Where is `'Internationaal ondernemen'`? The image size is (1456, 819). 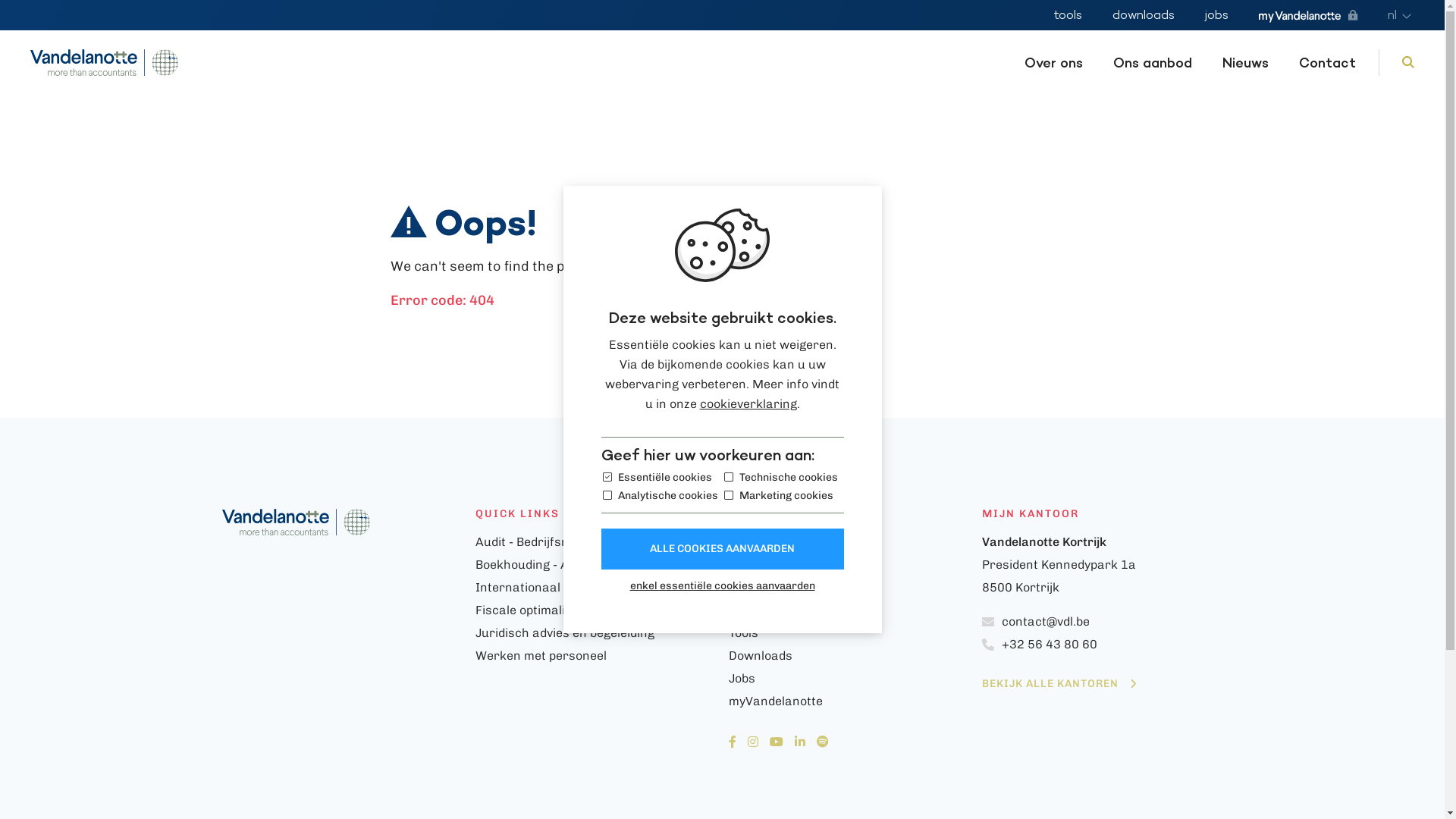 'Internationaal ondernemen' is located at coordinates (554, 586).